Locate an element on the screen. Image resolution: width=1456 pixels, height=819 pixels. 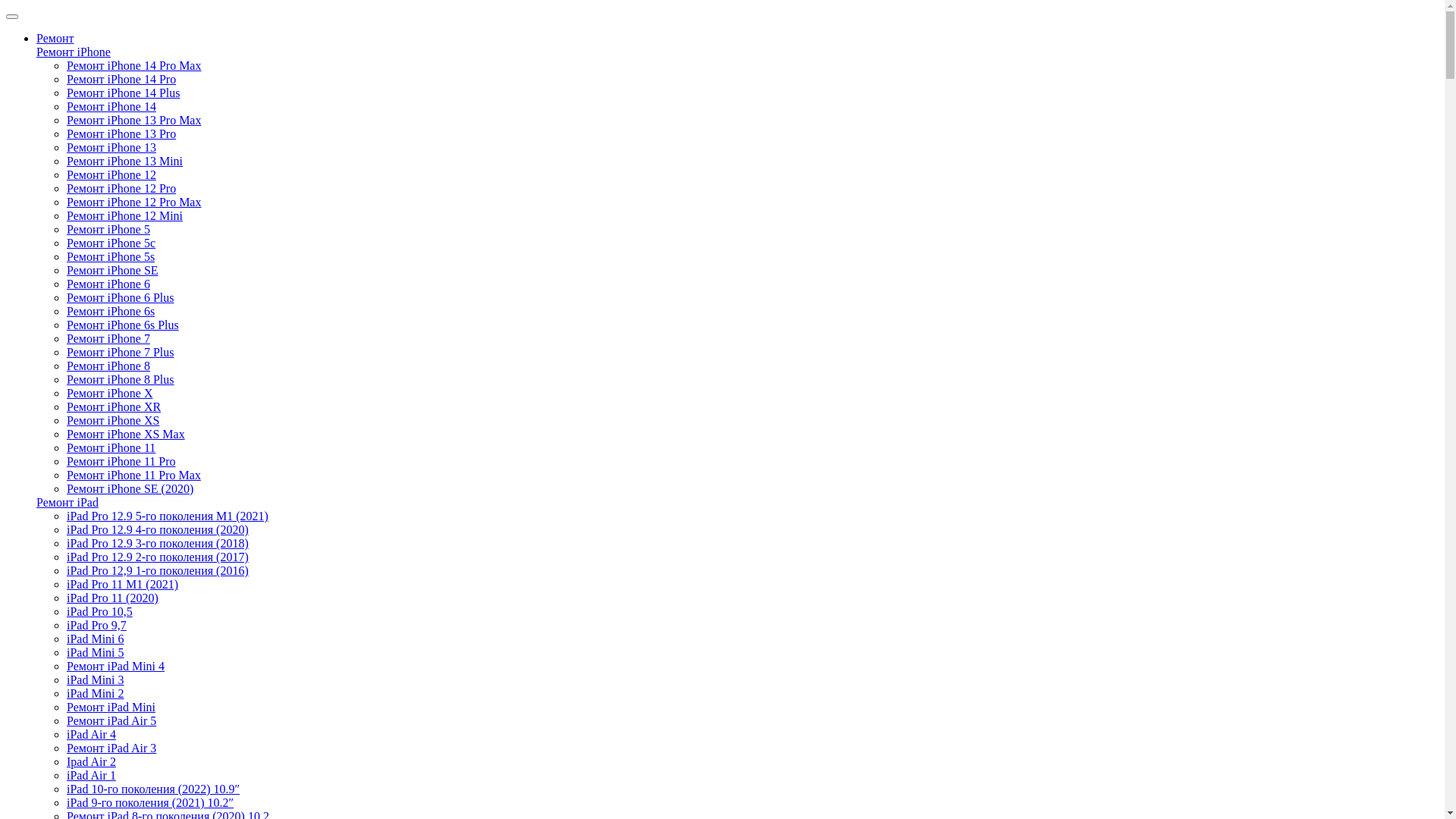
'iPad Mini 2' is located at coordinates (94, 693).